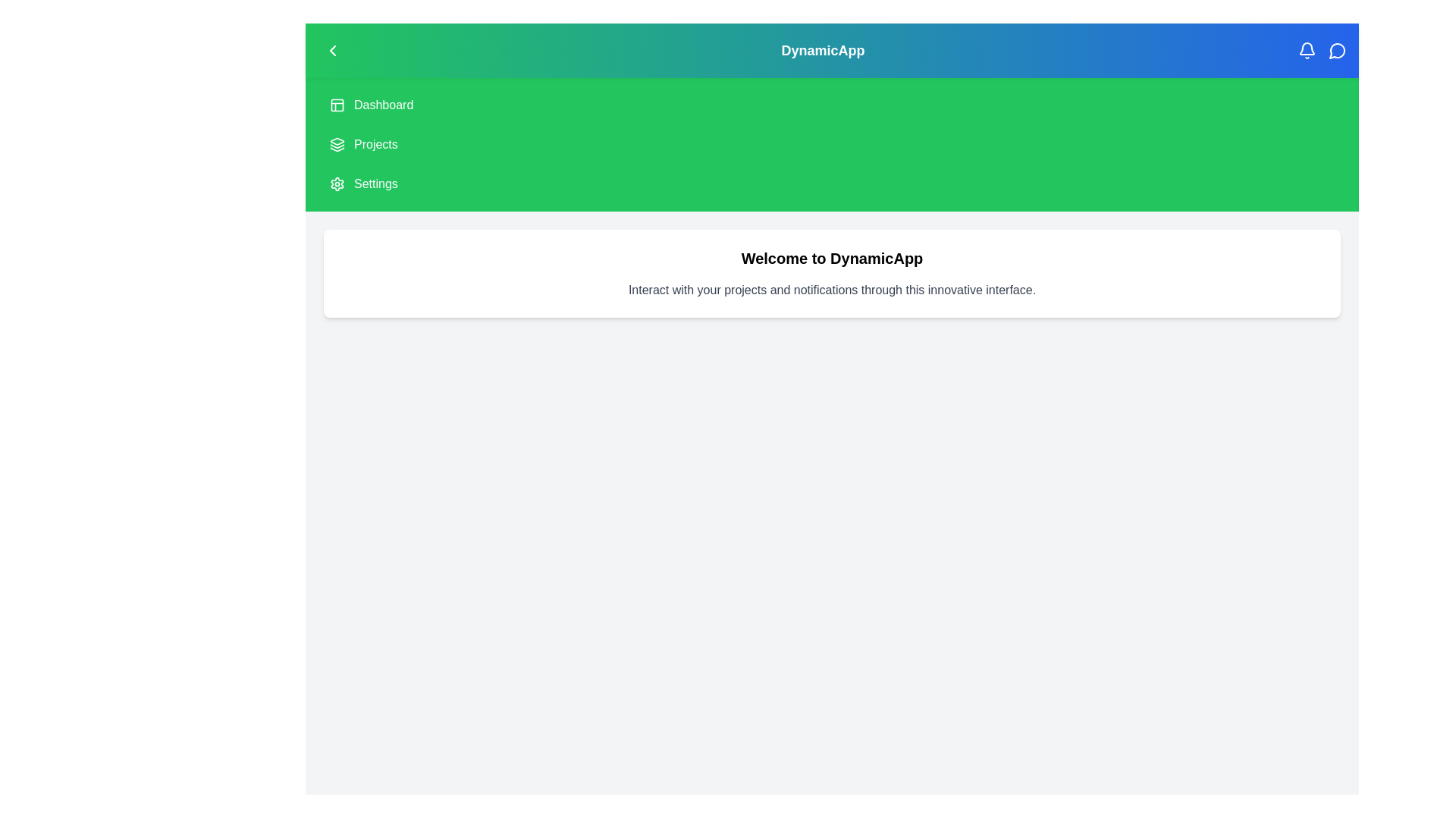 This screenshot has height=819, width=1456. I want to click on the 'Projects' menu item to navigate to the Projects section, so click(375, 145).